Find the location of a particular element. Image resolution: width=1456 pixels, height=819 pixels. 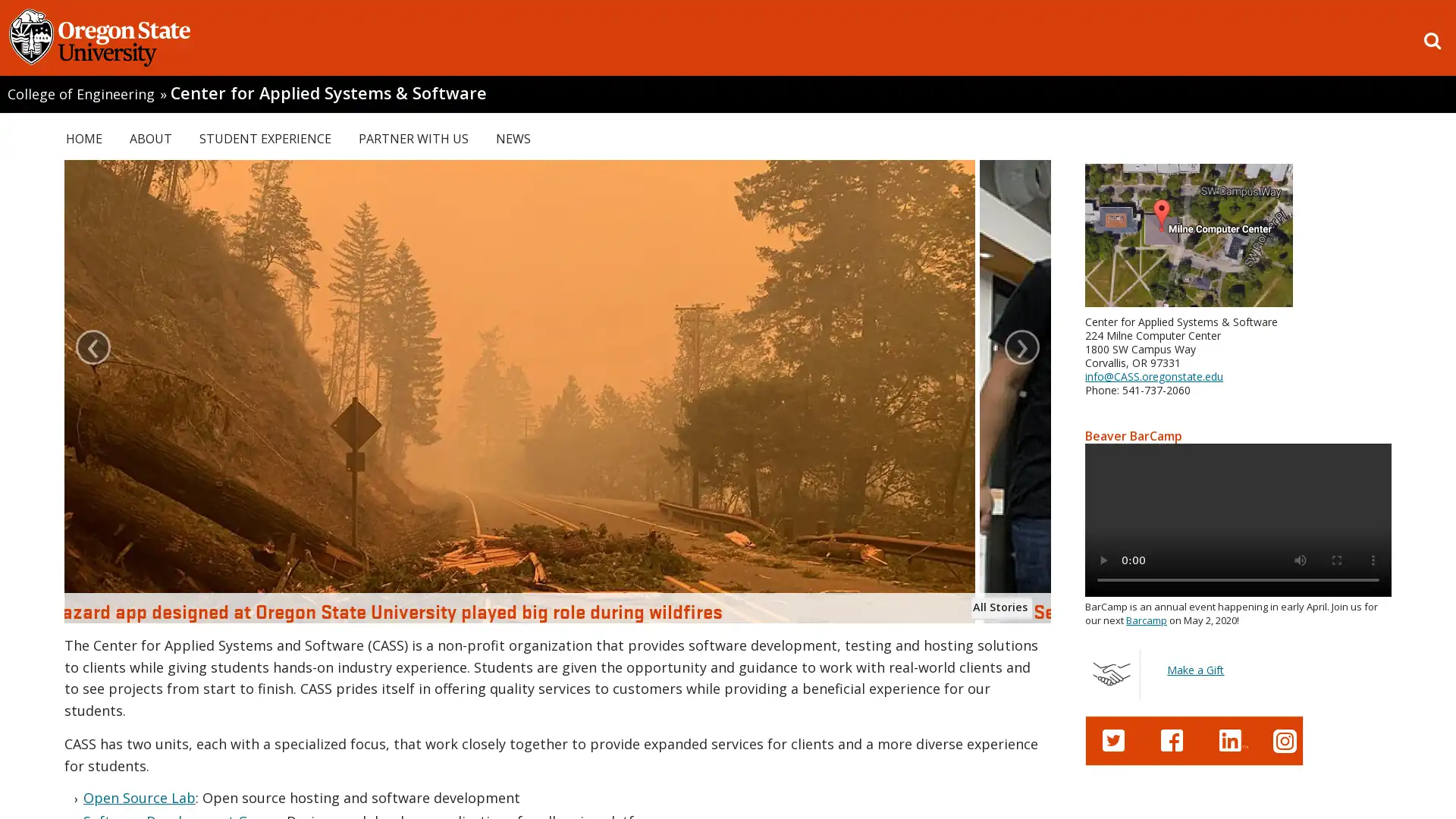

show more media controls is located at coordinates (1372, 559).